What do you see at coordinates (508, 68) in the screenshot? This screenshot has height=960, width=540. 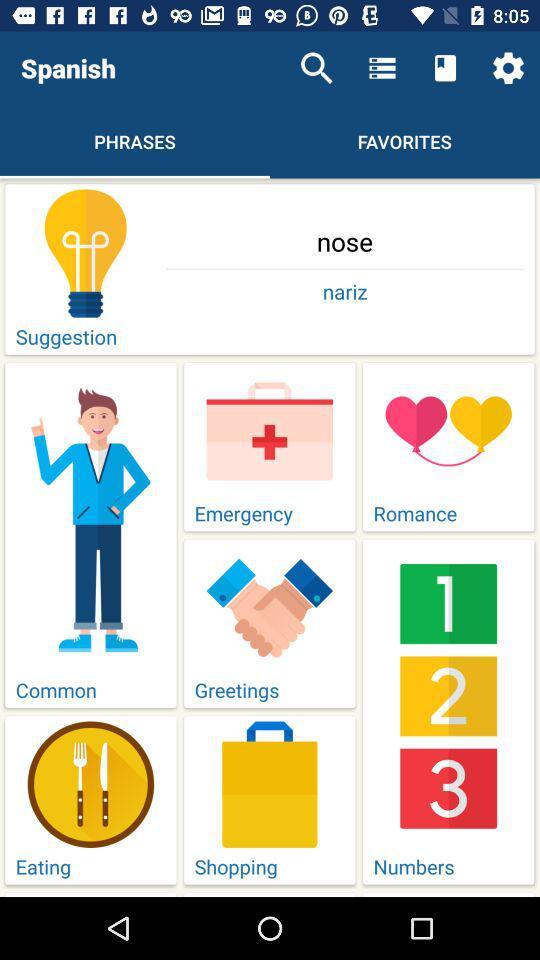 I see `the icon above nose icon` at bounding box center [508, 68].